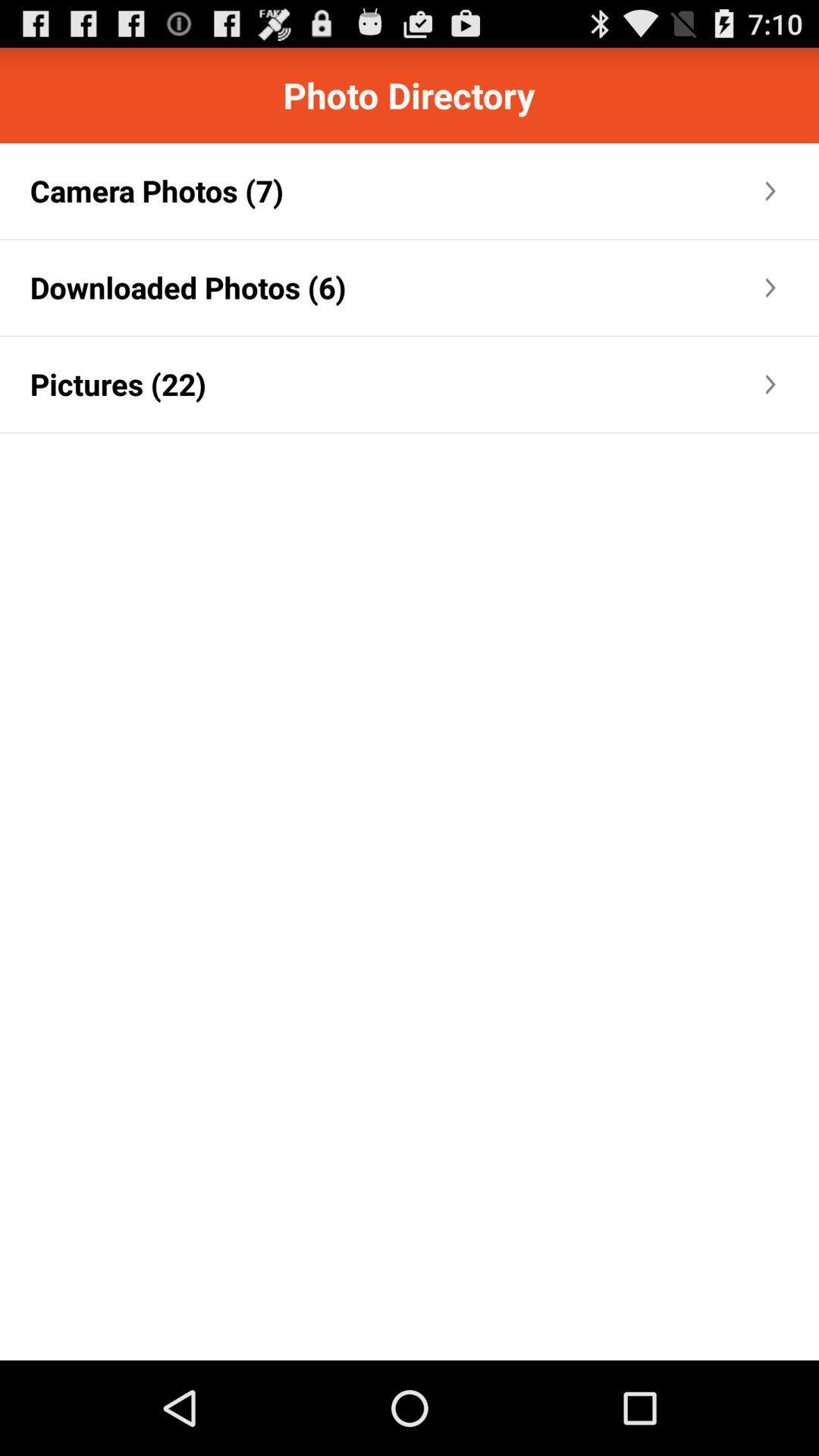 This screenshot has height=1456, width=819. Describe the element at coordinates (554, 287) in the screenshot. I see `app to the right of downloaded photos (6) item` at that location.